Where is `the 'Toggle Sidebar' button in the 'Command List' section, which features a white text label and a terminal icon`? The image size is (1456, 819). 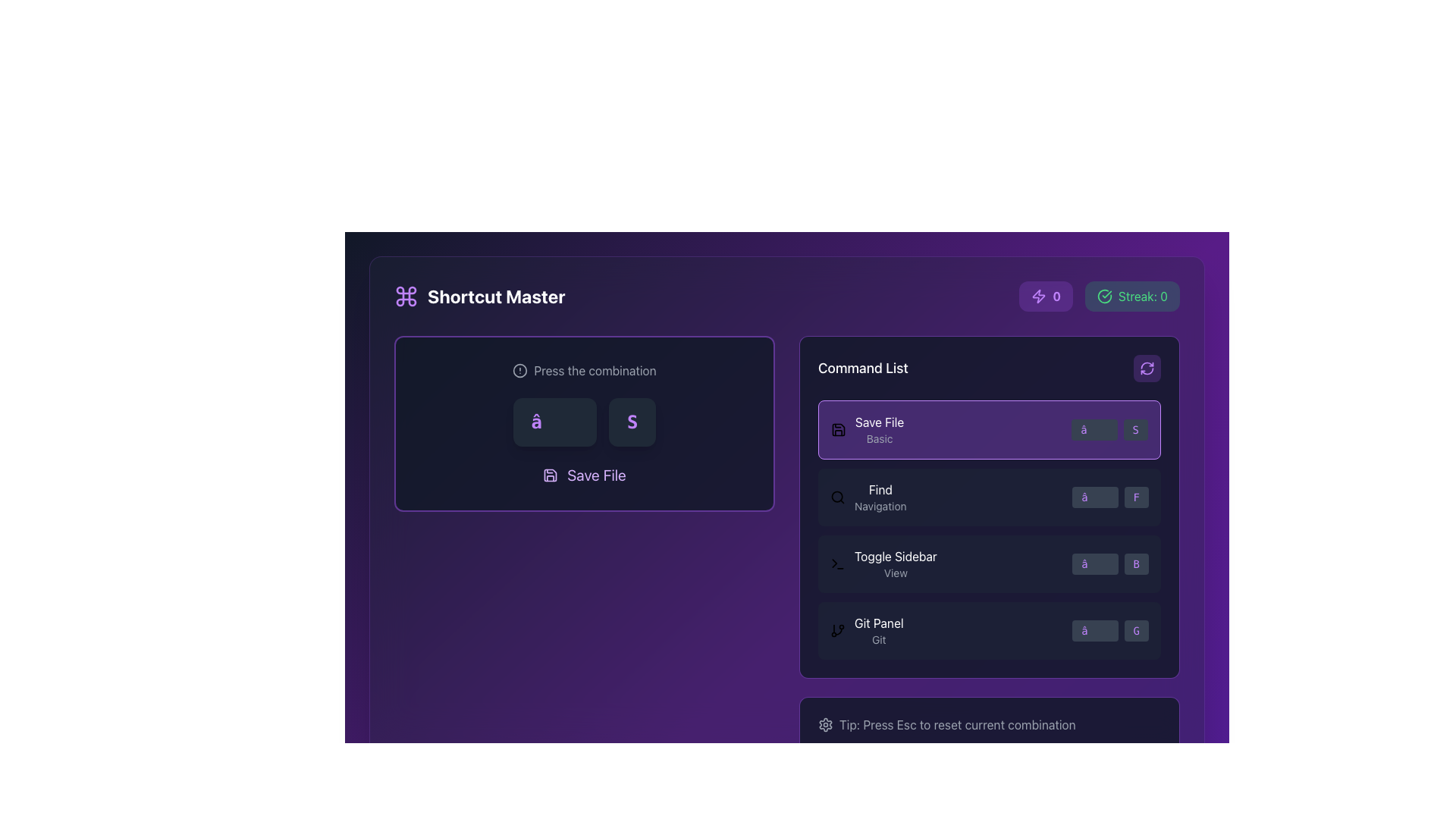
the 'Toggle Sidebar' button in the 'Command List' section, which features a white text label and a terminal icon is located at coordinates (883, 564).